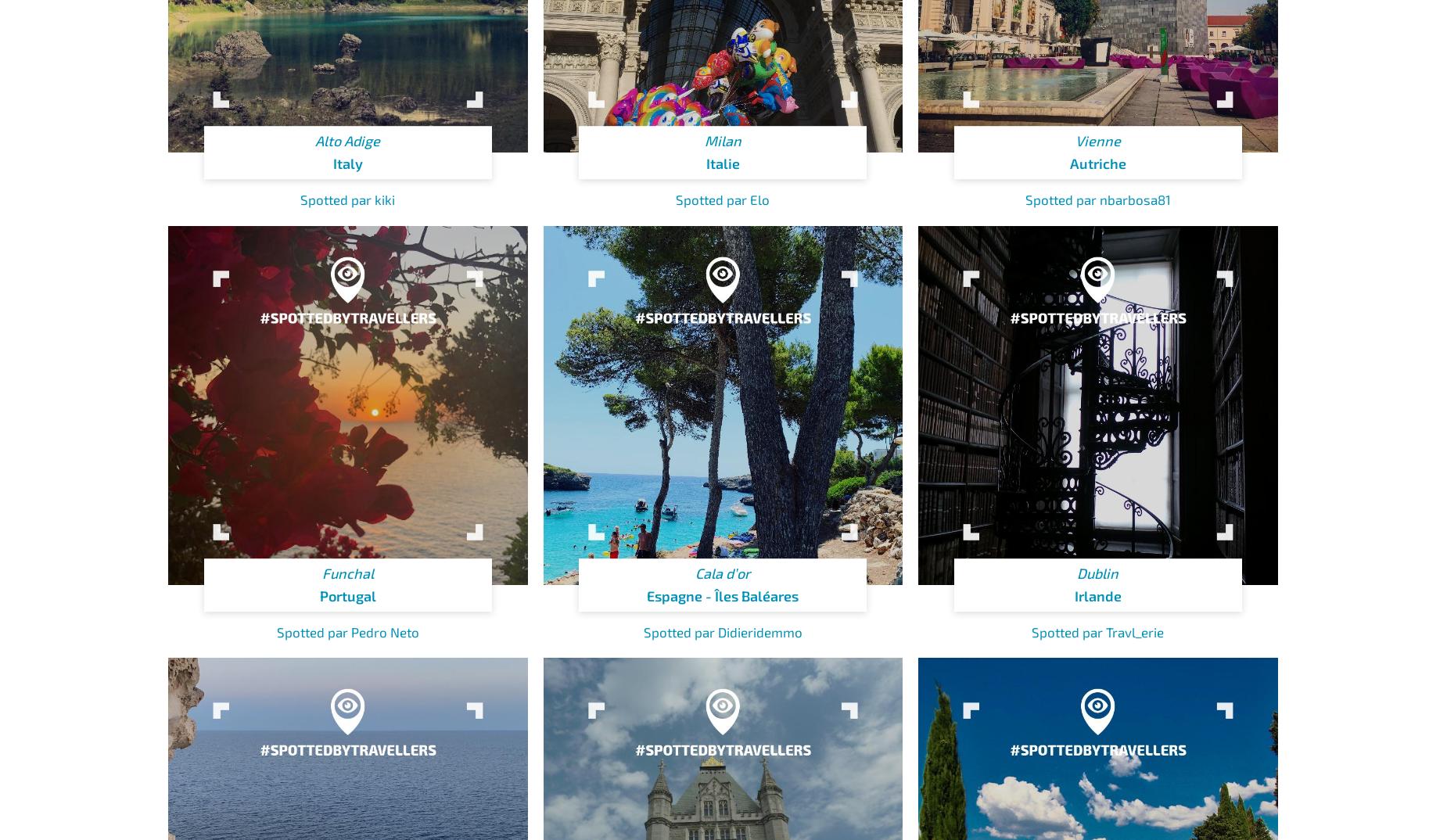 This screenshot has height=840, width=1447. Describe the element at coordinates (346, 198) in the screenshot. I see `'Spotted par kiki'` at that location.